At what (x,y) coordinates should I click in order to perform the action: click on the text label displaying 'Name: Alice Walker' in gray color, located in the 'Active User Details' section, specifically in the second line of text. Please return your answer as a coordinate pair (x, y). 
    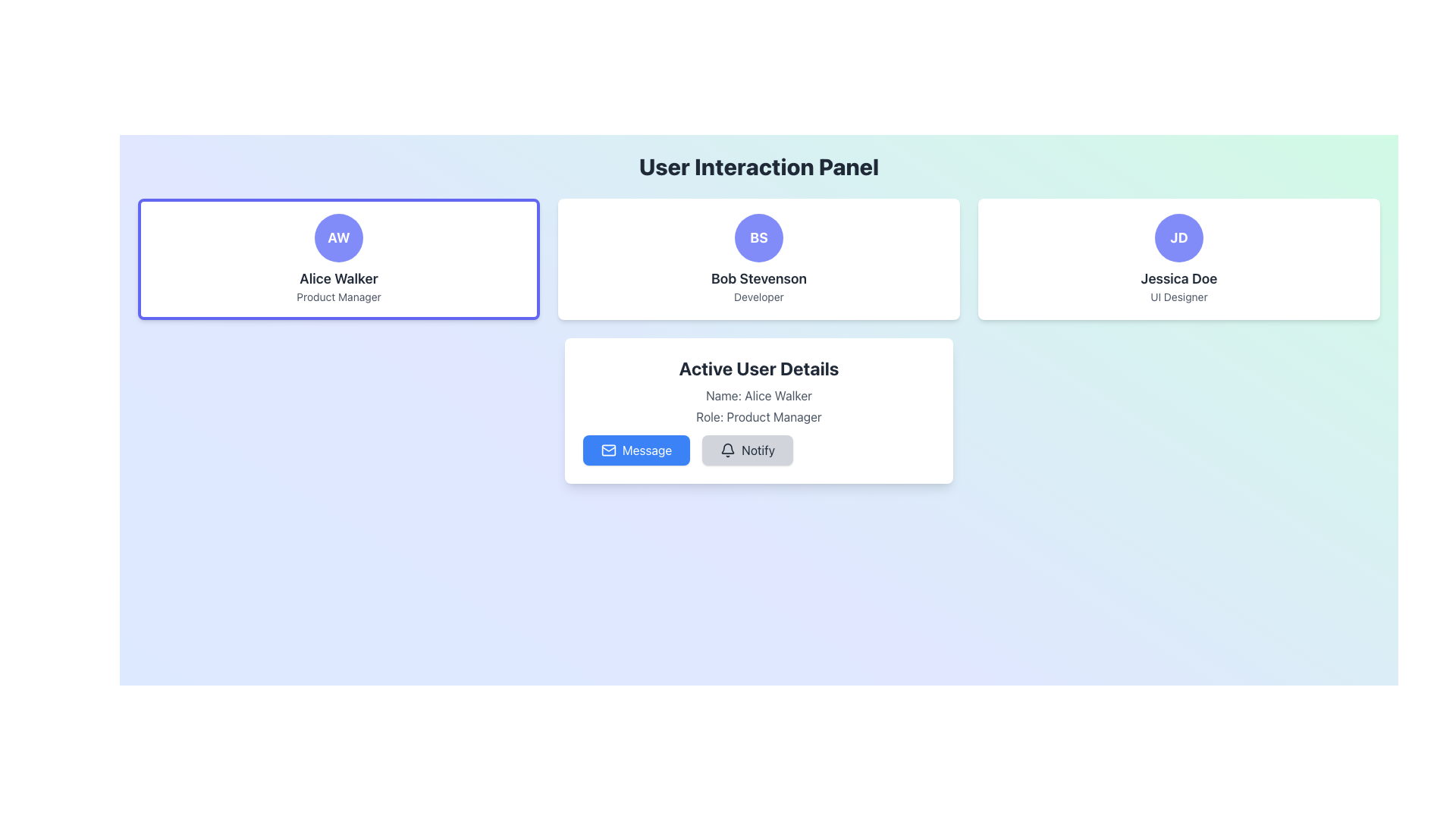
    Looking at the image, I should click on (759, 394).